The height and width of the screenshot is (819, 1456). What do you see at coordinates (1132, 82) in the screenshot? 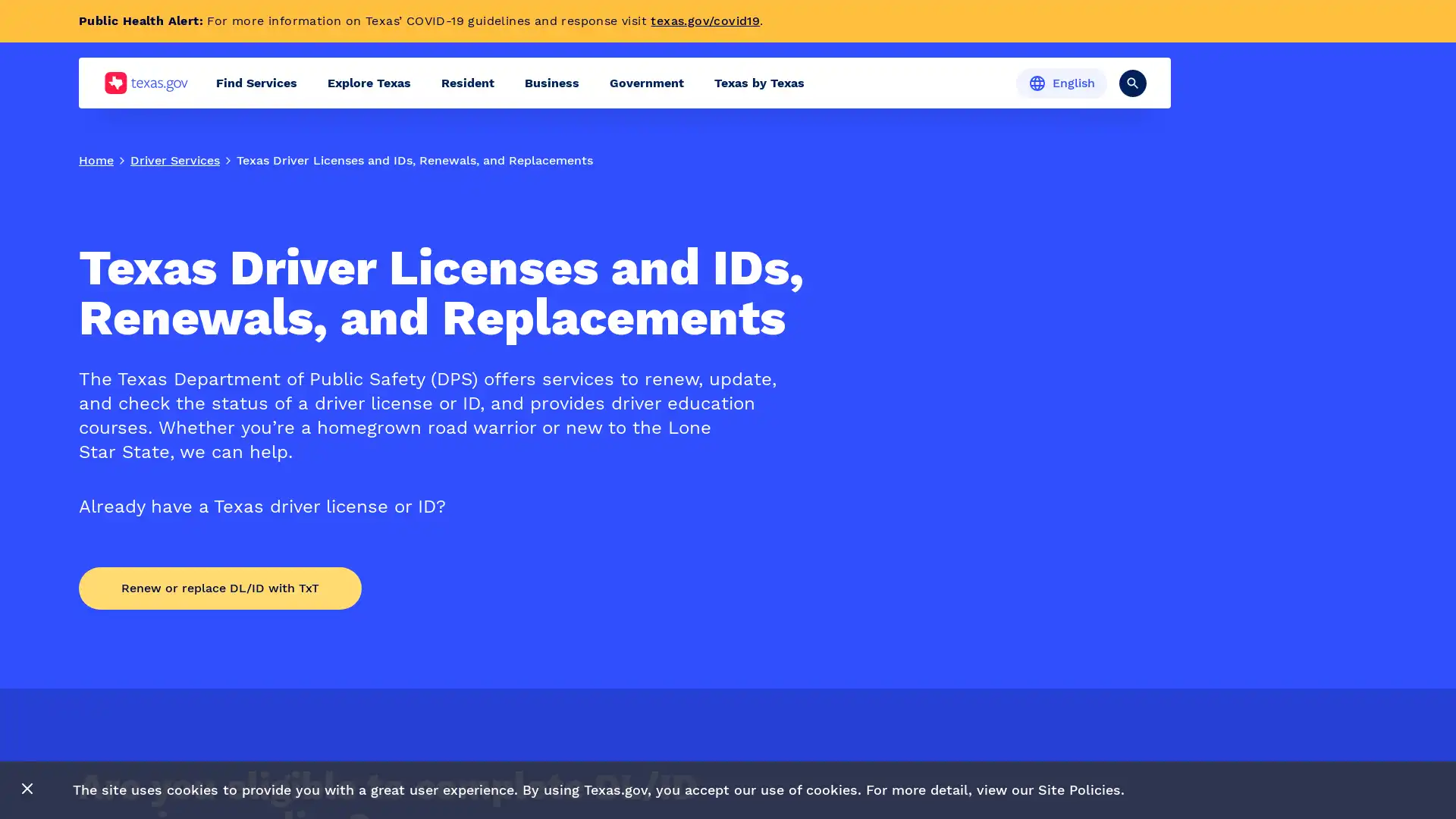
I see `Search` at bounding box center [1132, 82].